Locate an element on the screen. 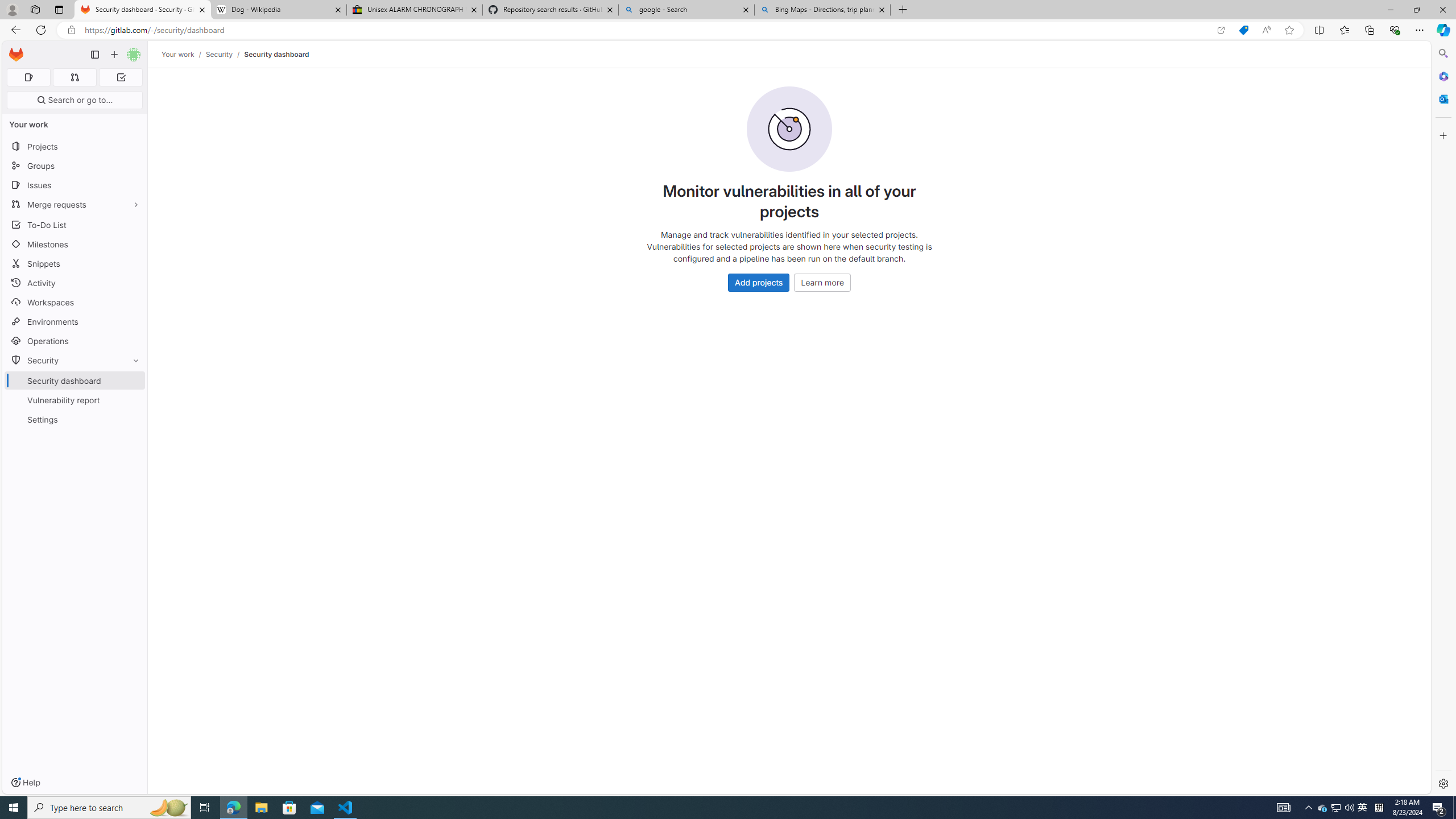 This screenshot has height=819, width=1456. 'Snippets' is located at coordinates (74, 263).